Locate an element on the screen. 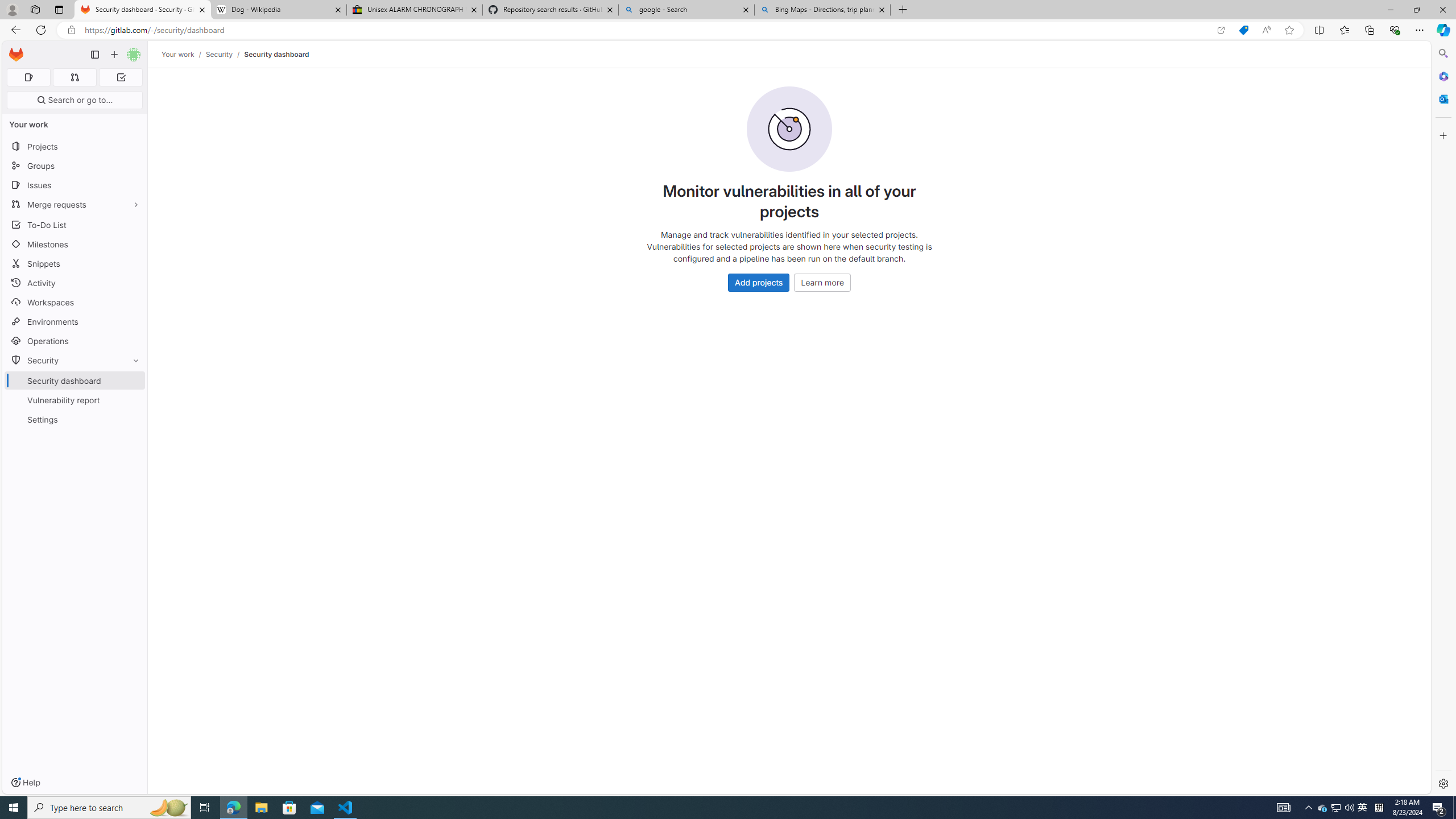 This screenshot has height=819, width=1456. 'Snippets' is located at coordinates (74, 263).